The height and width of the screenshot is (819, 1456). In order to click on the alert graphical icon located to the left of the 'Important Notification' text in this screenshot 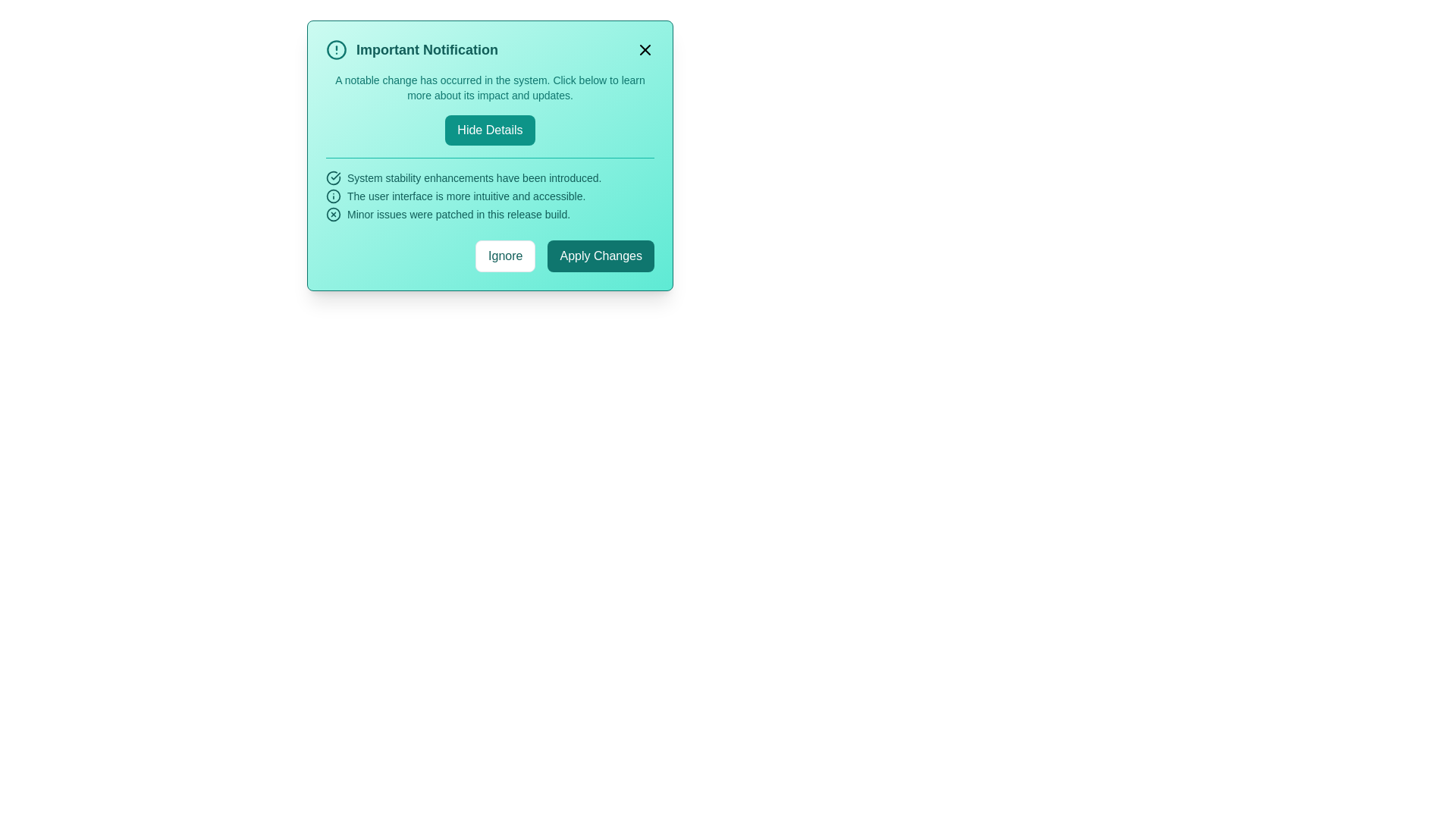, I will do `click(336, 49)`.